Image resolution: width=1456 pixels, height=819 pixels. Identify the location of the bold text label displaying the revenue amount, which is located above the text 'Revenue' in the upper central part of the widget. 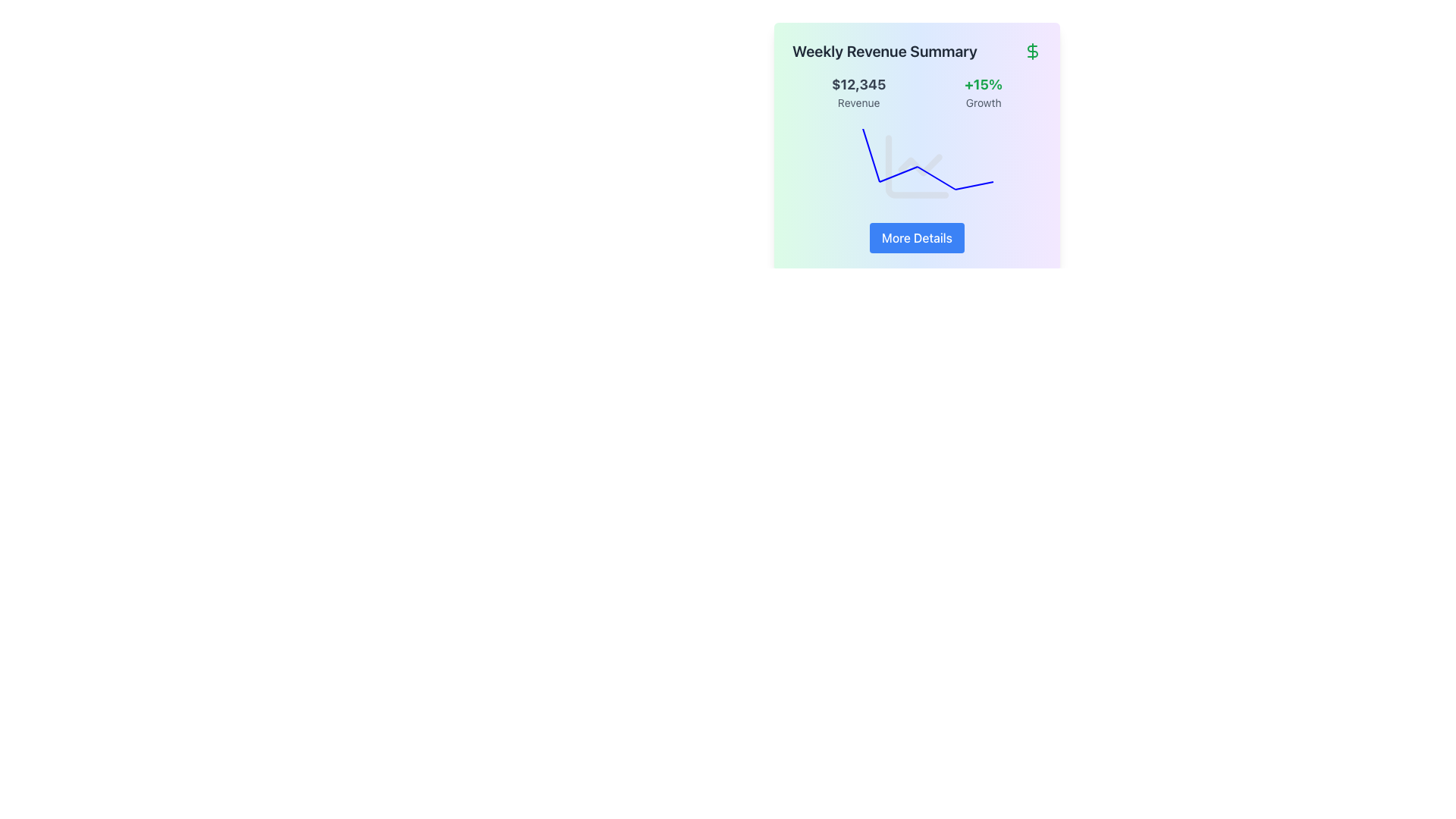
(858, 84).